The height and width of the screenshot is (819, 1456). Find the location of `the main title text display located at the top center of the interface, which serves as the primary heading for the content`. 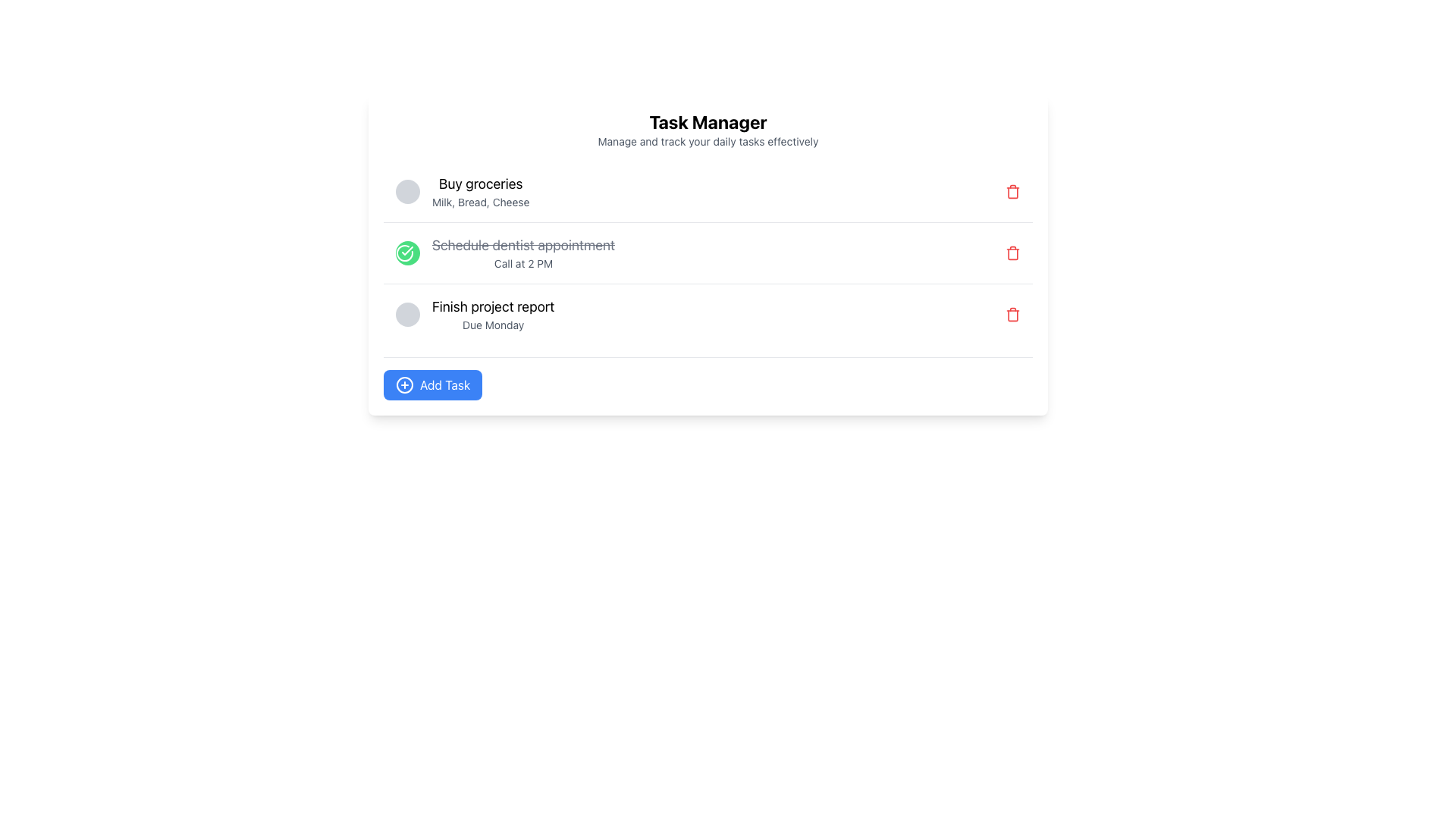

the main title text display located at the top center of the interface, which serves as the primary heading for the content is located at coordinates (708, 121).